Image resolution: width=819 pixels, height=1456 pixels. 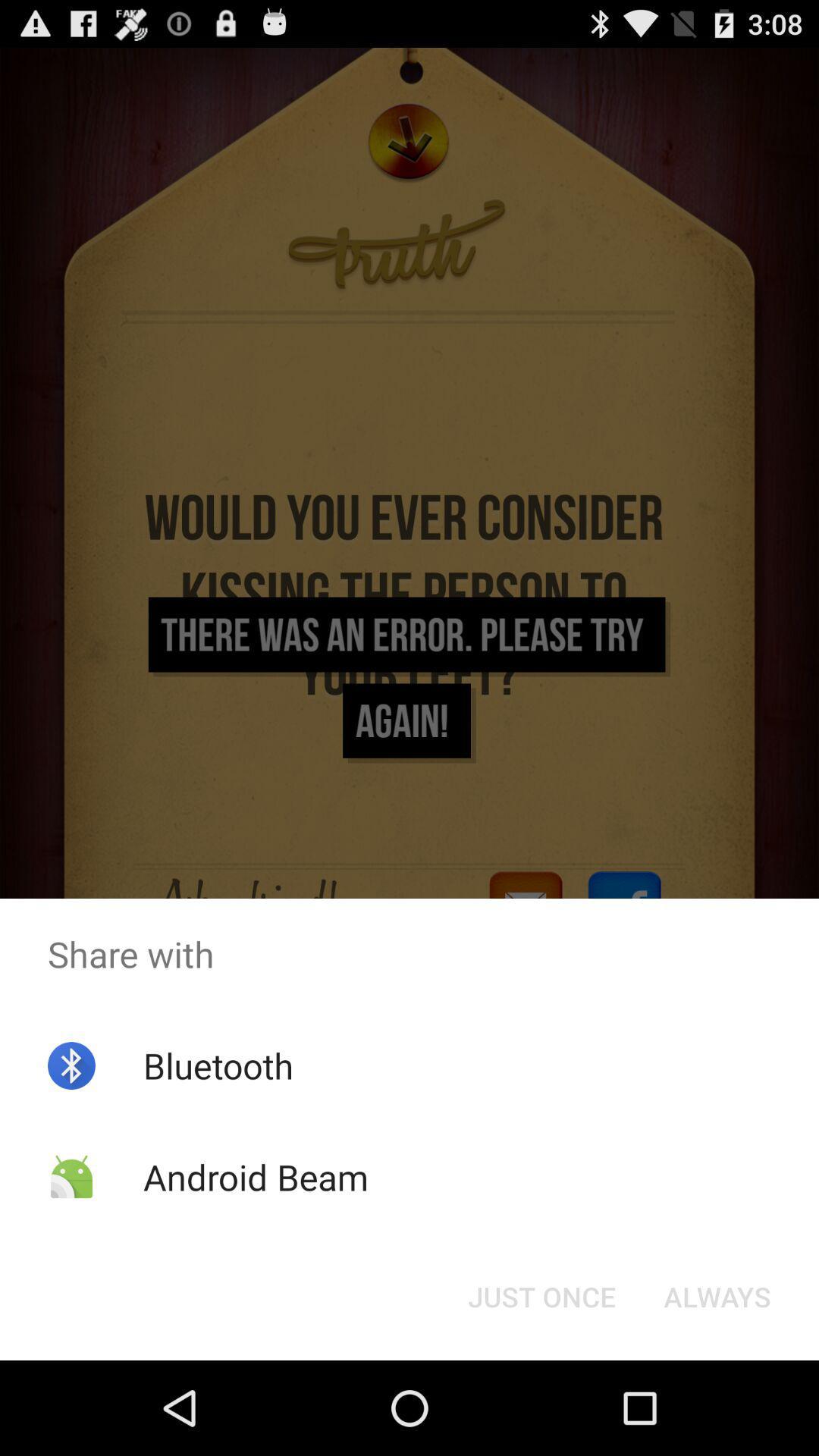 What do you see at coordinates (255, 1176) in the screenshot?
I see `android beam app` at bounding box center [255, 1176].